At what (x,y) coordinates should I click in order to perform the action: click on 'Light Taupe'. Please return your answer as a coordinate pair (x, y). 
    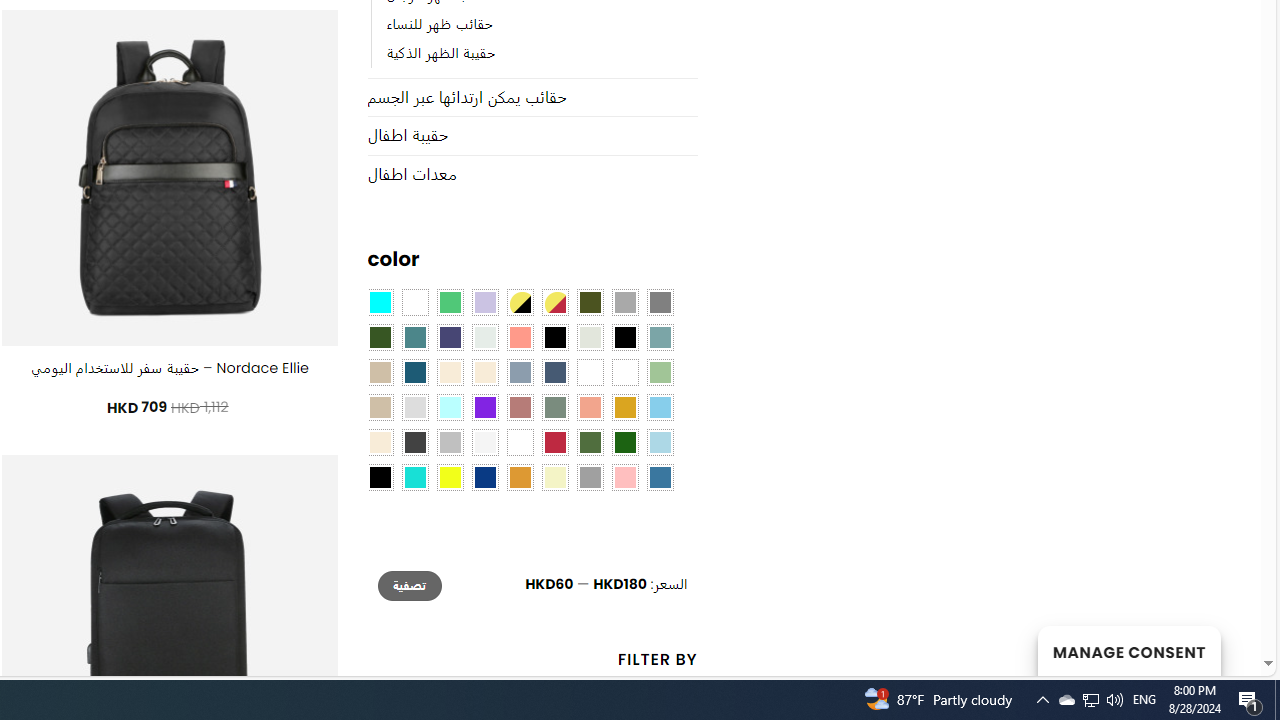
    Looking at the image, I should click on (380, 407).